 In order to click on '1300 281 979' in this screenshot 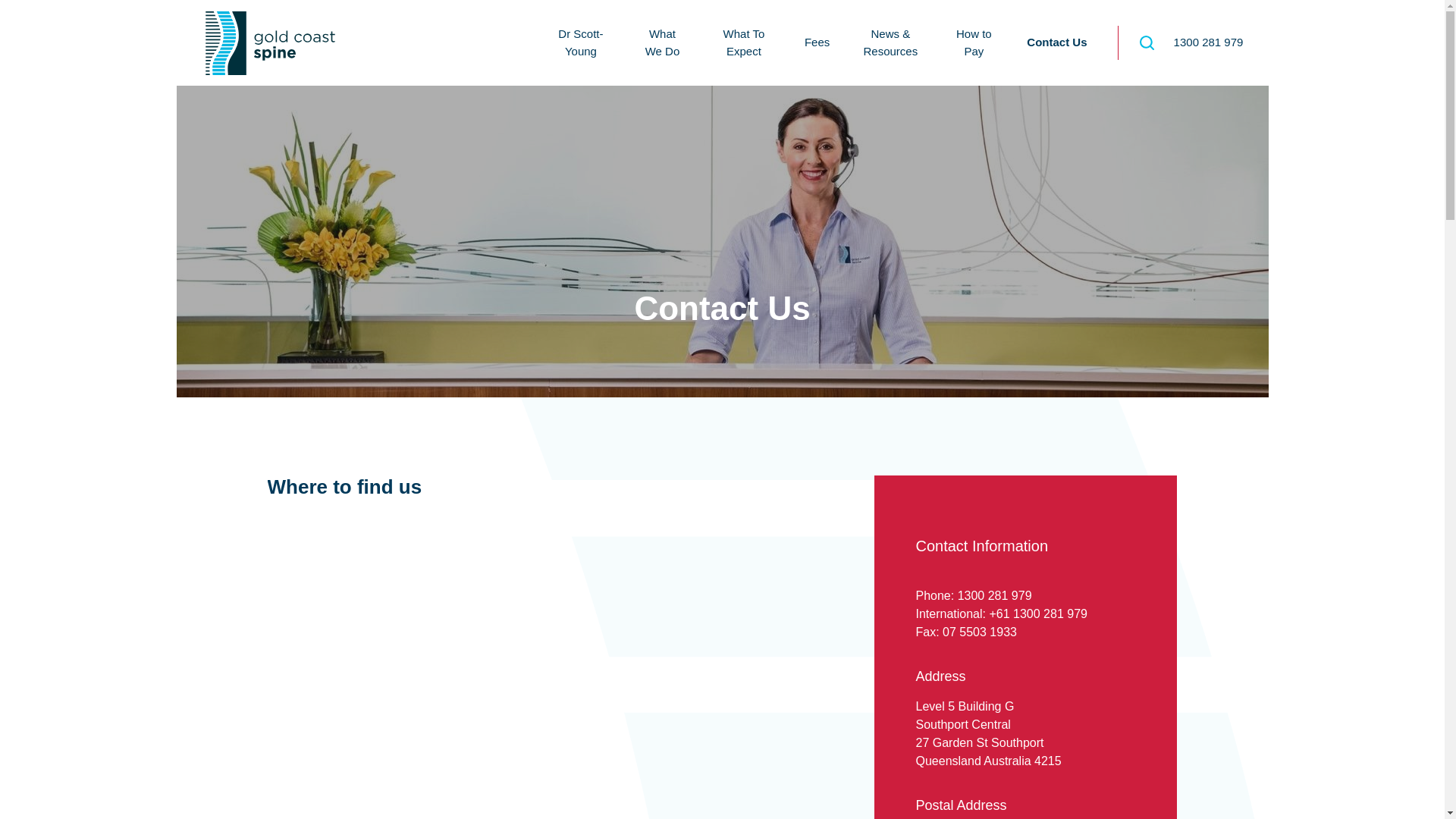, I will do `click(1207, 42)`.